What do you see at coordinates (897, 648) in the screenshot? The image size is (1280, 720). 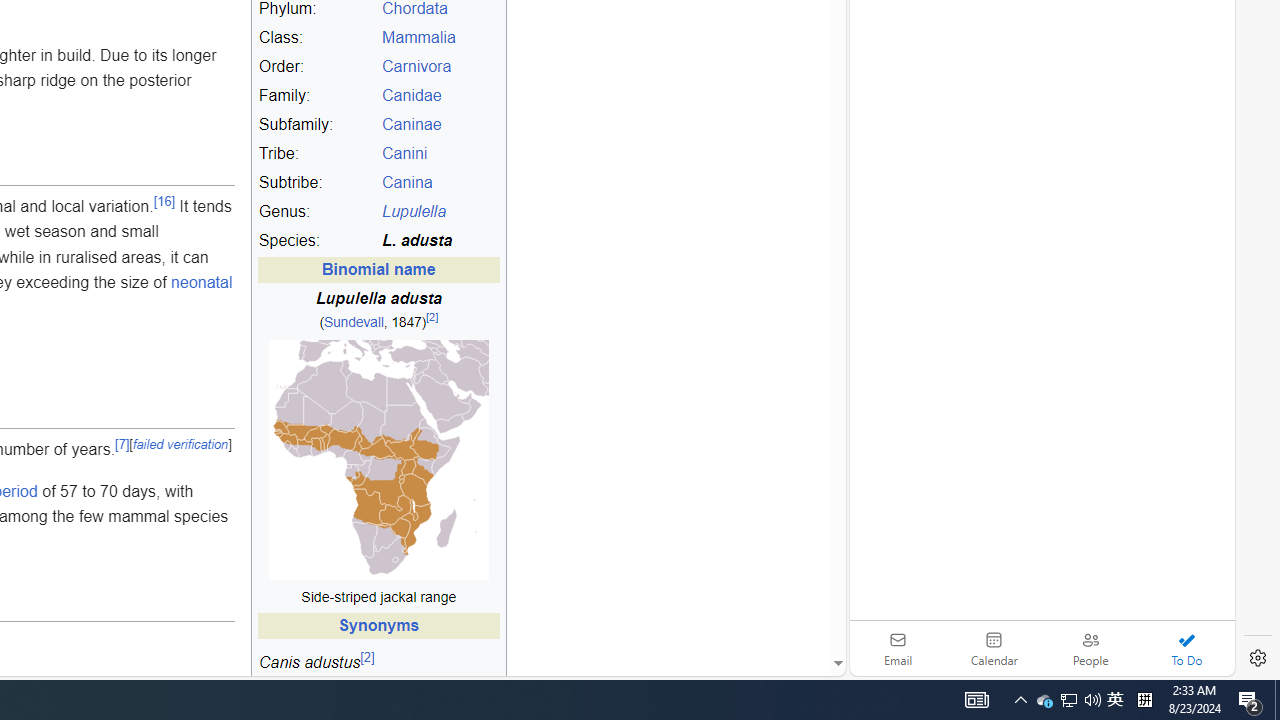 I see `'Email'` at bounding box center [897, 648].